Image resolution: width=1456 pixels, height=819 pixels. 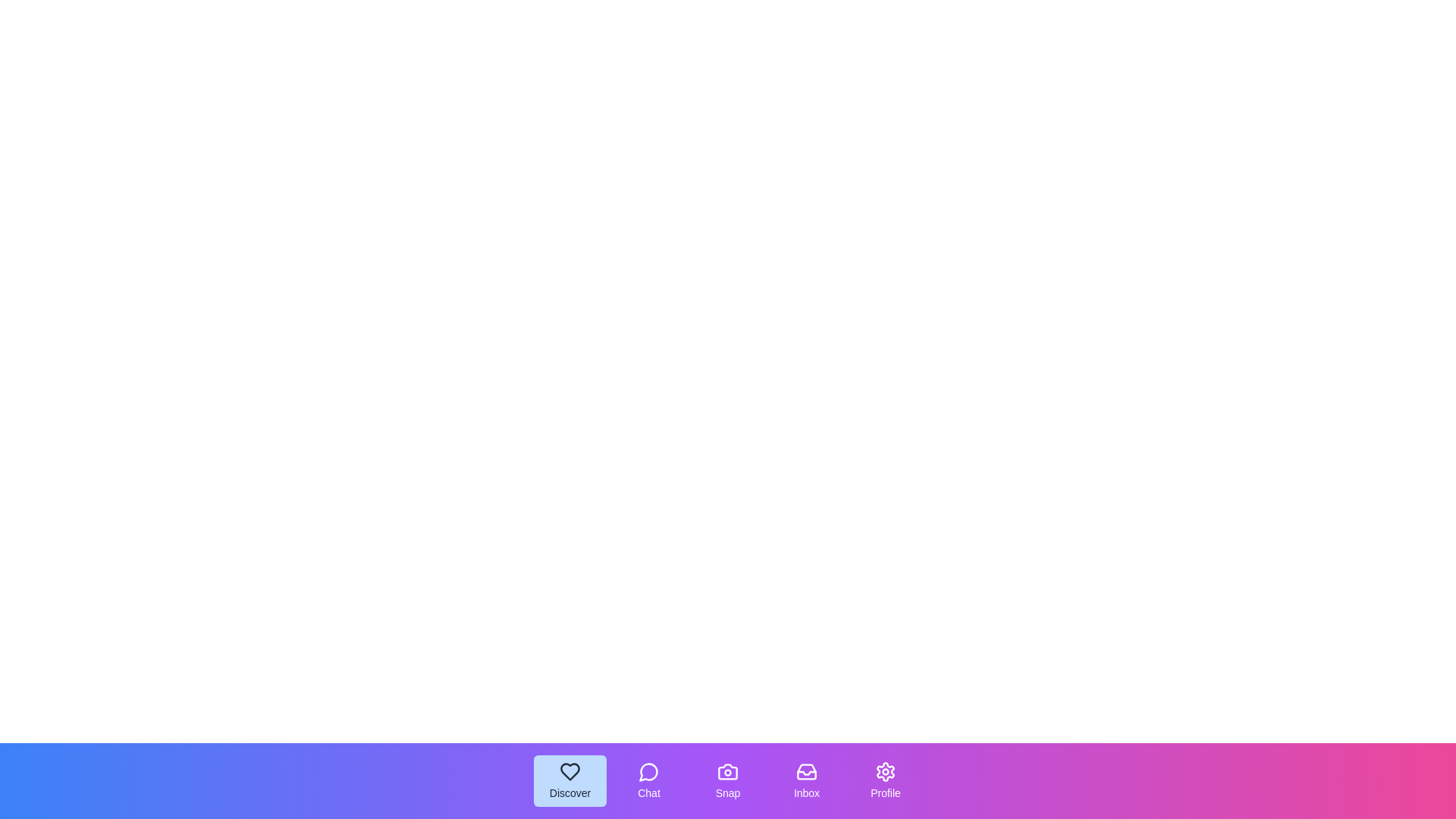 I want to click on the Inbox tab by clicking on its button, so click(x=806, y=780).